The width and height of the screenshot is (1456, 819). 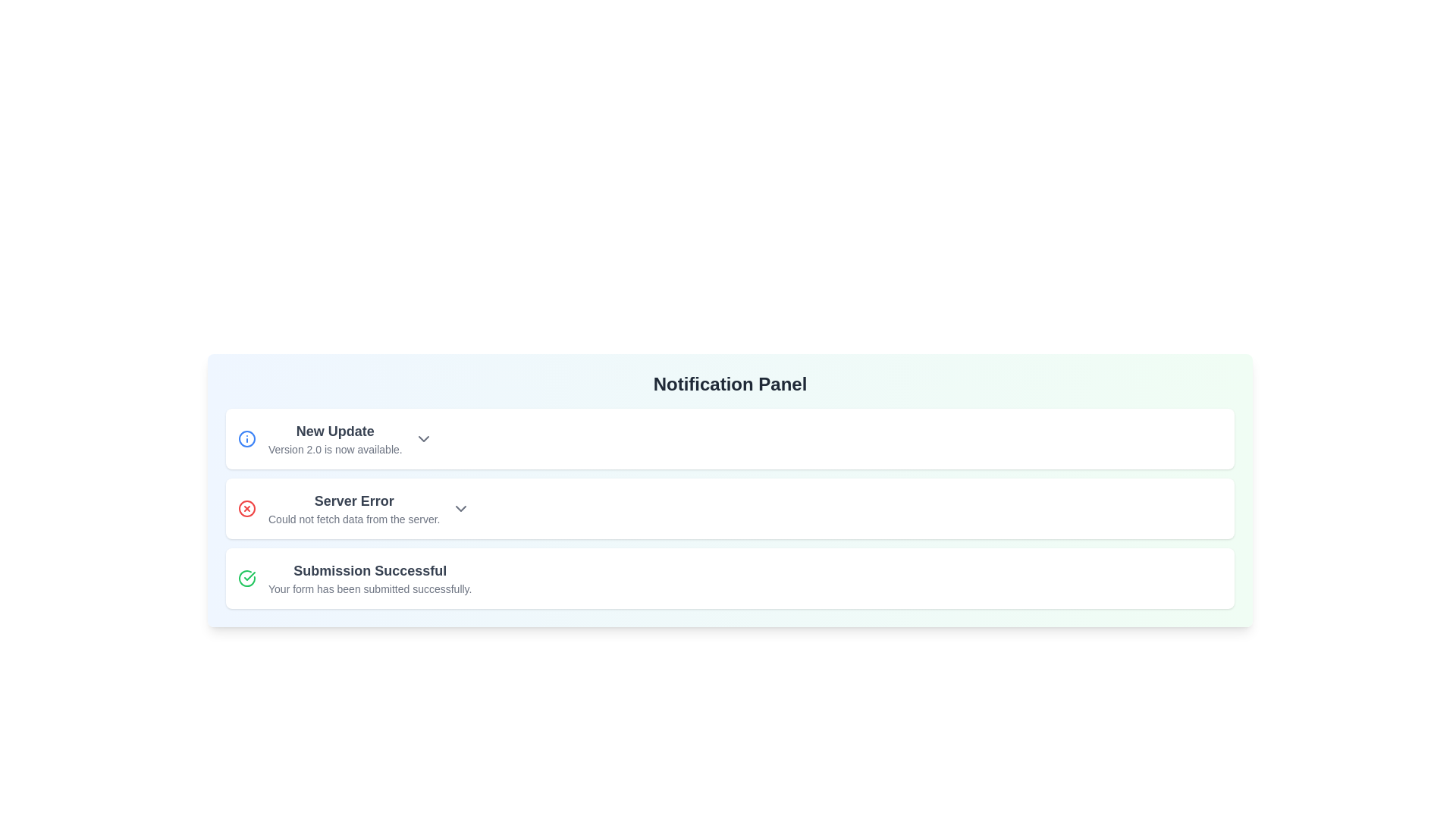 I want to click on the header element titled 'Notification Panel', which serves as a contextual title for the Notification Panel interface, so click(x=730, y=383).